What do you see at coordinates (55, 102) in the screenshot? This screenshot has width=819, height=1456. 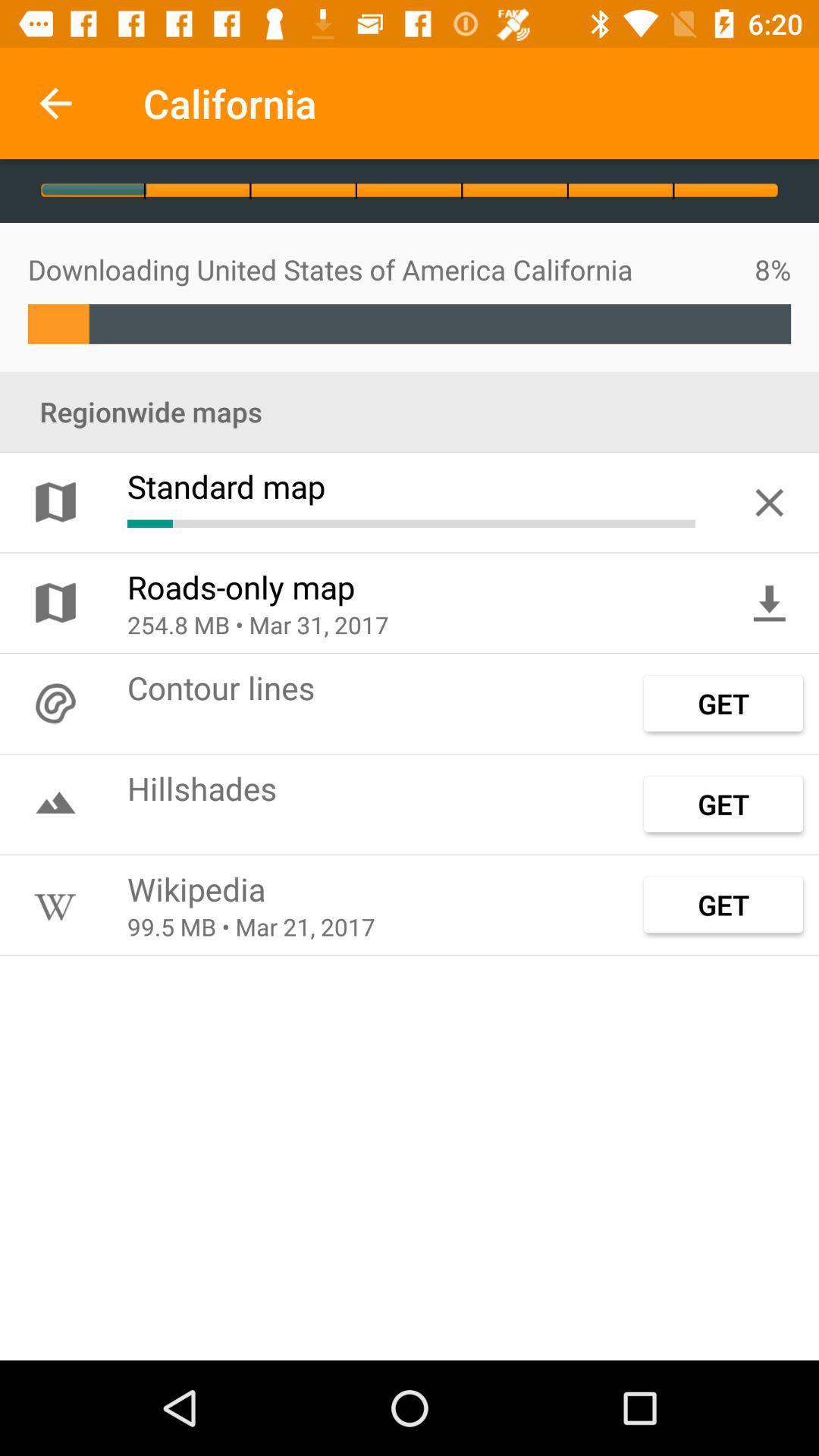 I see `app next to california app` at bounding box center [55, 102].